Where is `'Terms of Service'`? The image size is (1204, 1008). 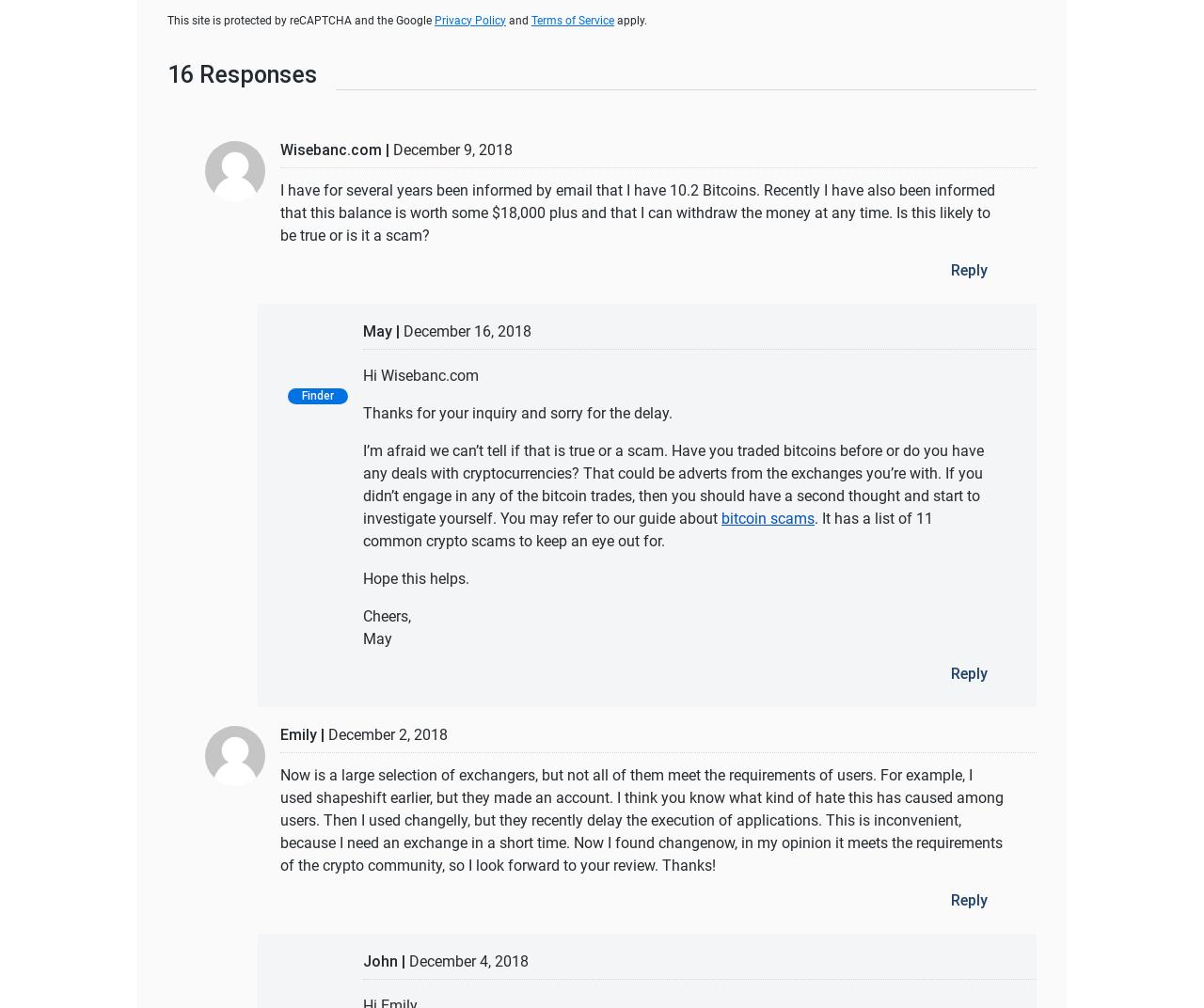 'Terms of Service' is located at coordinates (572, 19).